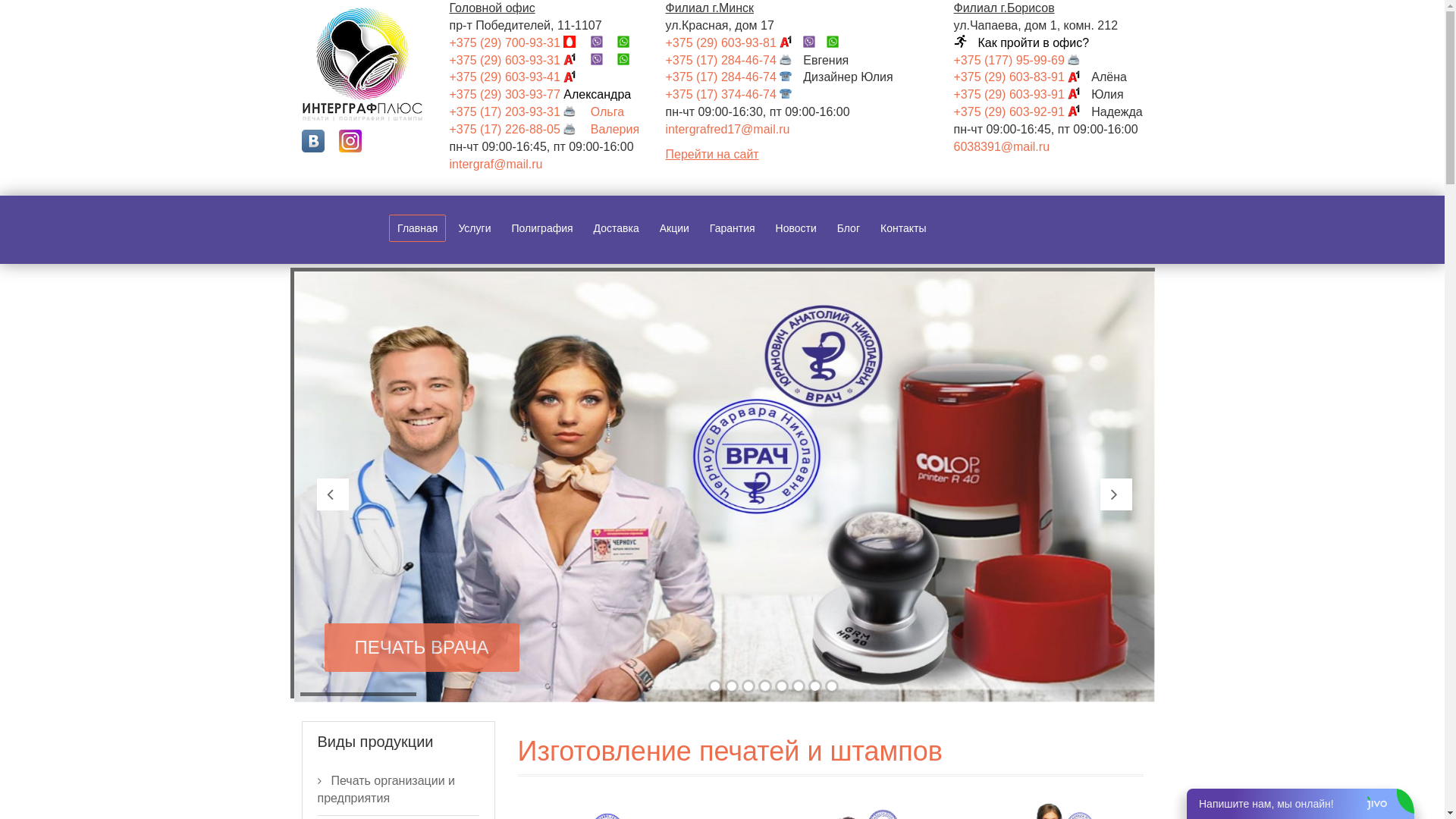 Image resolution: width=1456 pixels, height=819 pixels. Describe the element at coordinates (735, 59) in the screenshot. I see `'+375 (17) 284-46-74 '` at that location.